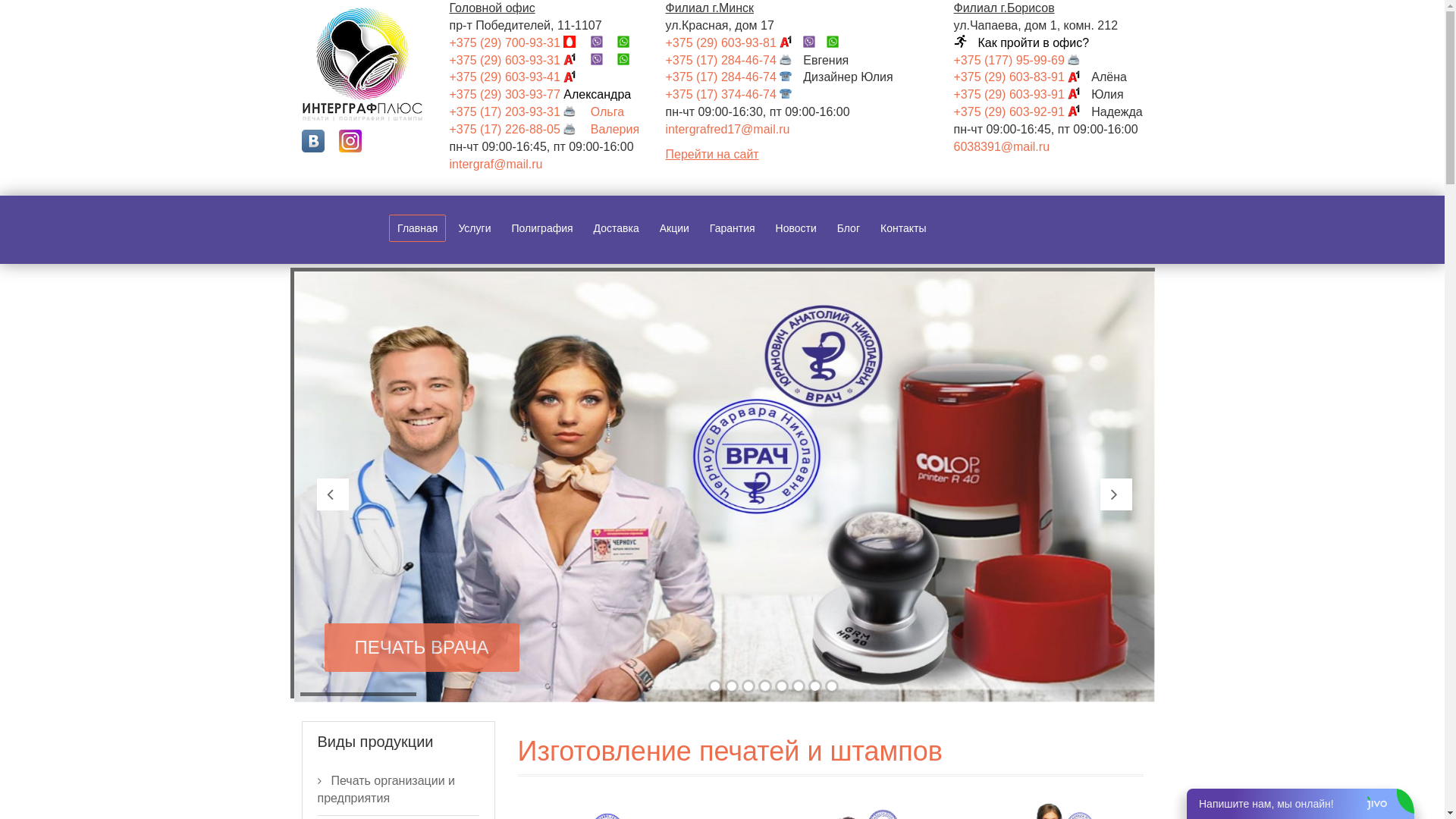 Image resolution: width=1456 pixels, height=819 pixels. Describe the element at coordinates (735, 59) in the screenshot. I see `'+375 (17) 284-46-74 '` at that location.